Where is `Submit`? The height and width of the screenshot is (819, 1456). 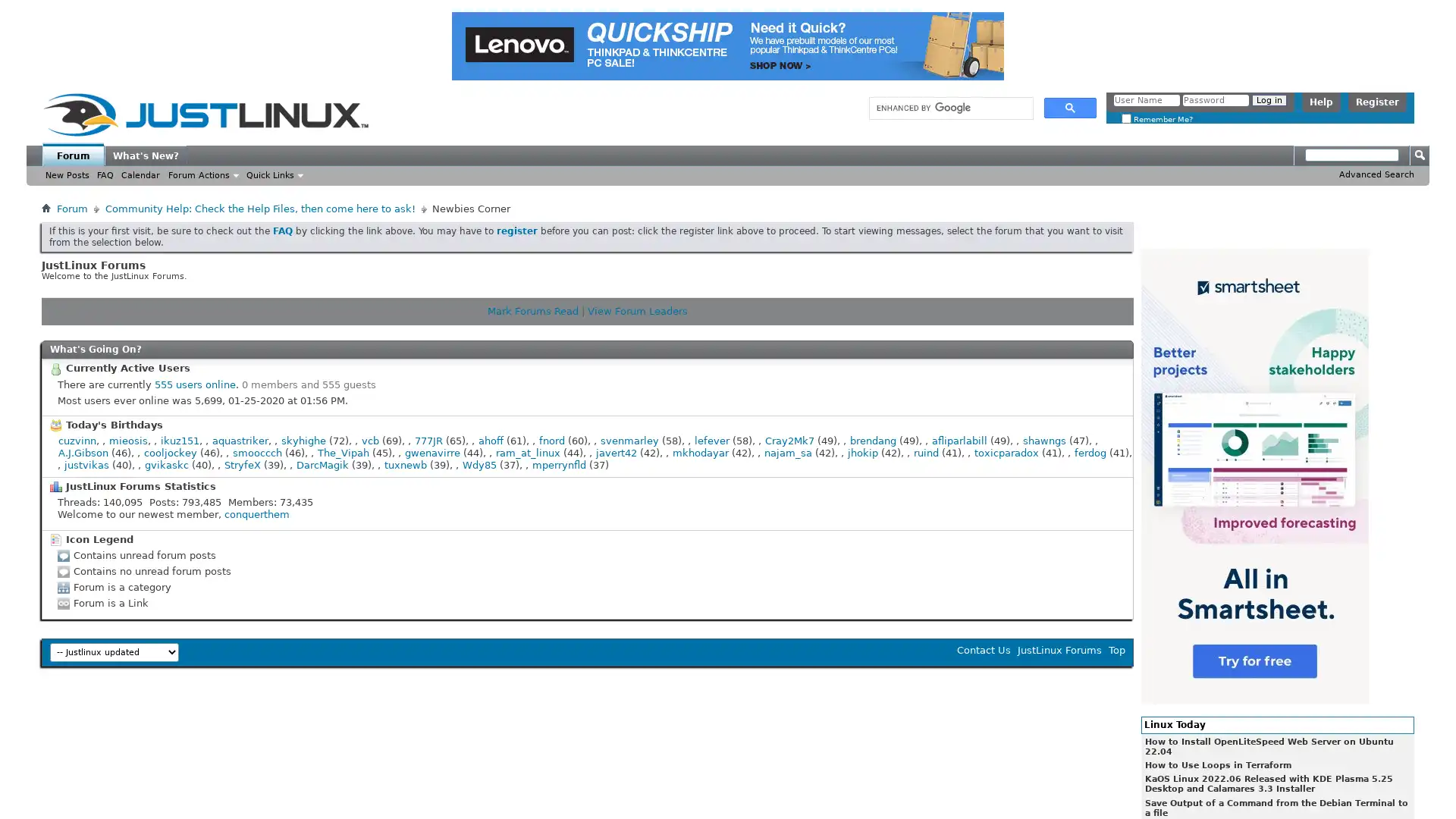
Submit is located at coordinates (1419, 155).